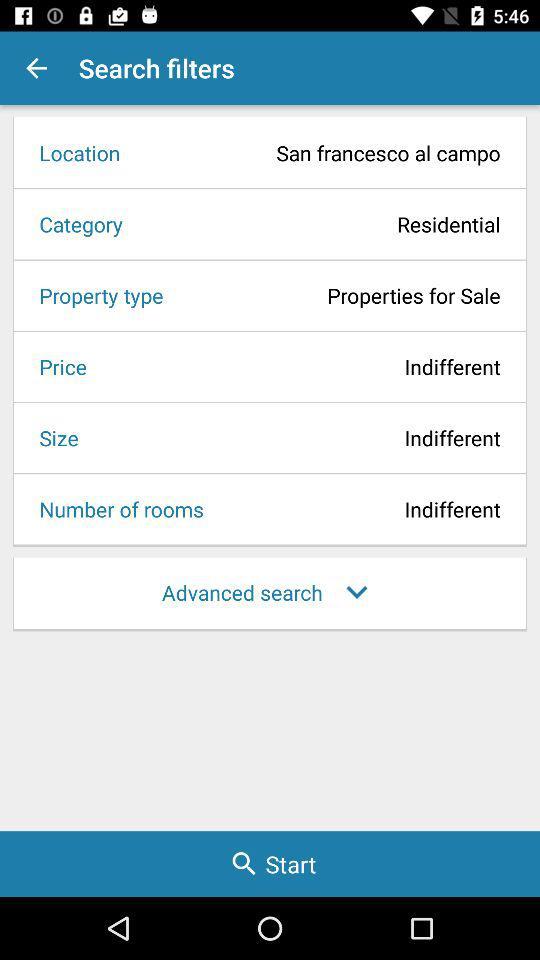 This screenshot has width=540, height=960. I want to click on properties for sale item, so click(337, 294).